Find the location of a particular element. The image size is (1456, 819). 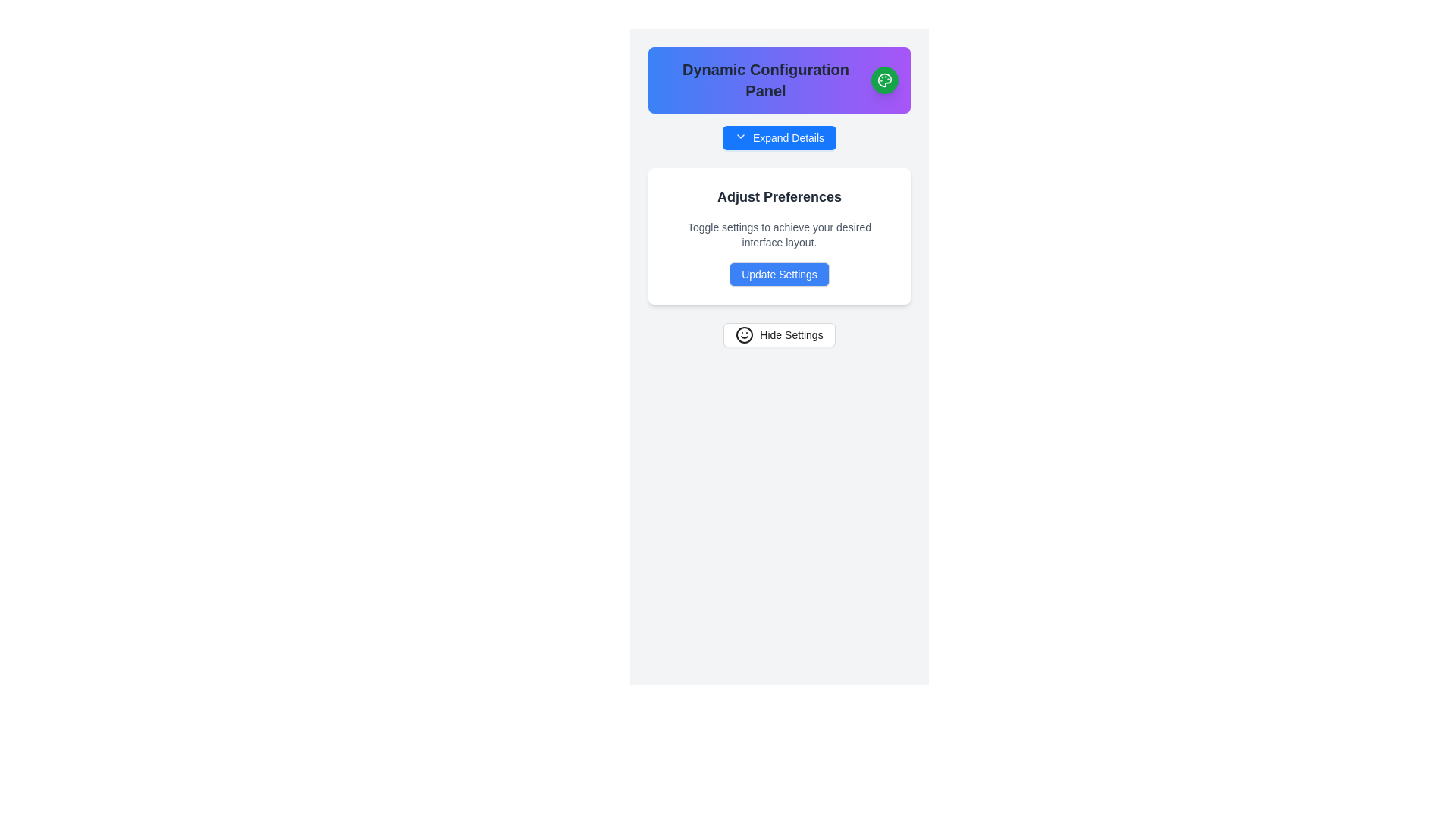

the 'Expand Details' text label, which is part of a button with a vivid blue background located in the Dynamic Configuration Panel is located at coordinates (789, 137).